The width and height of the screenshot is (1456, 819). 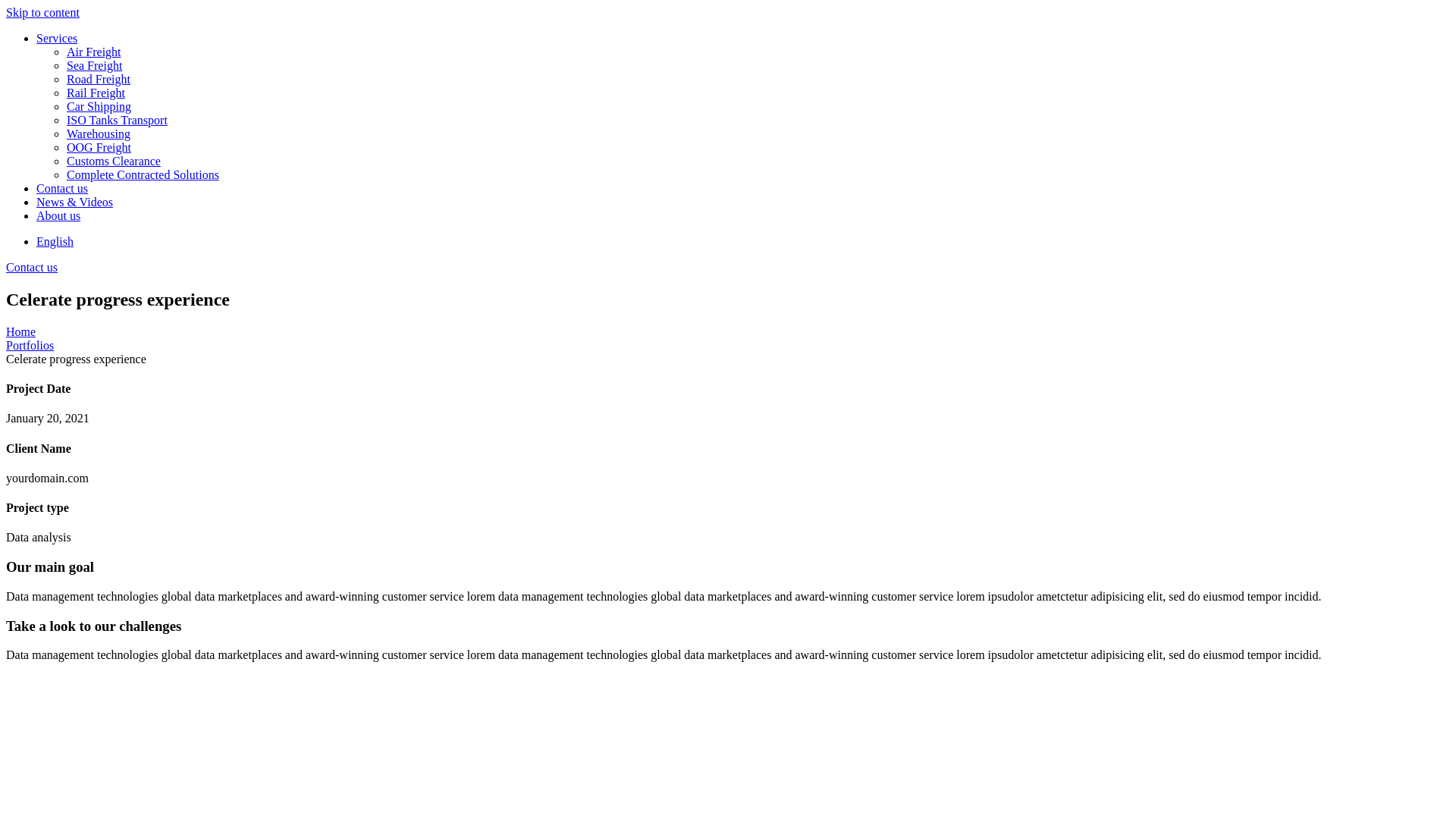 What do you see at coordinates (55, 240) in the screenshot?
I see `'English'` at bounding box center [55, 240].